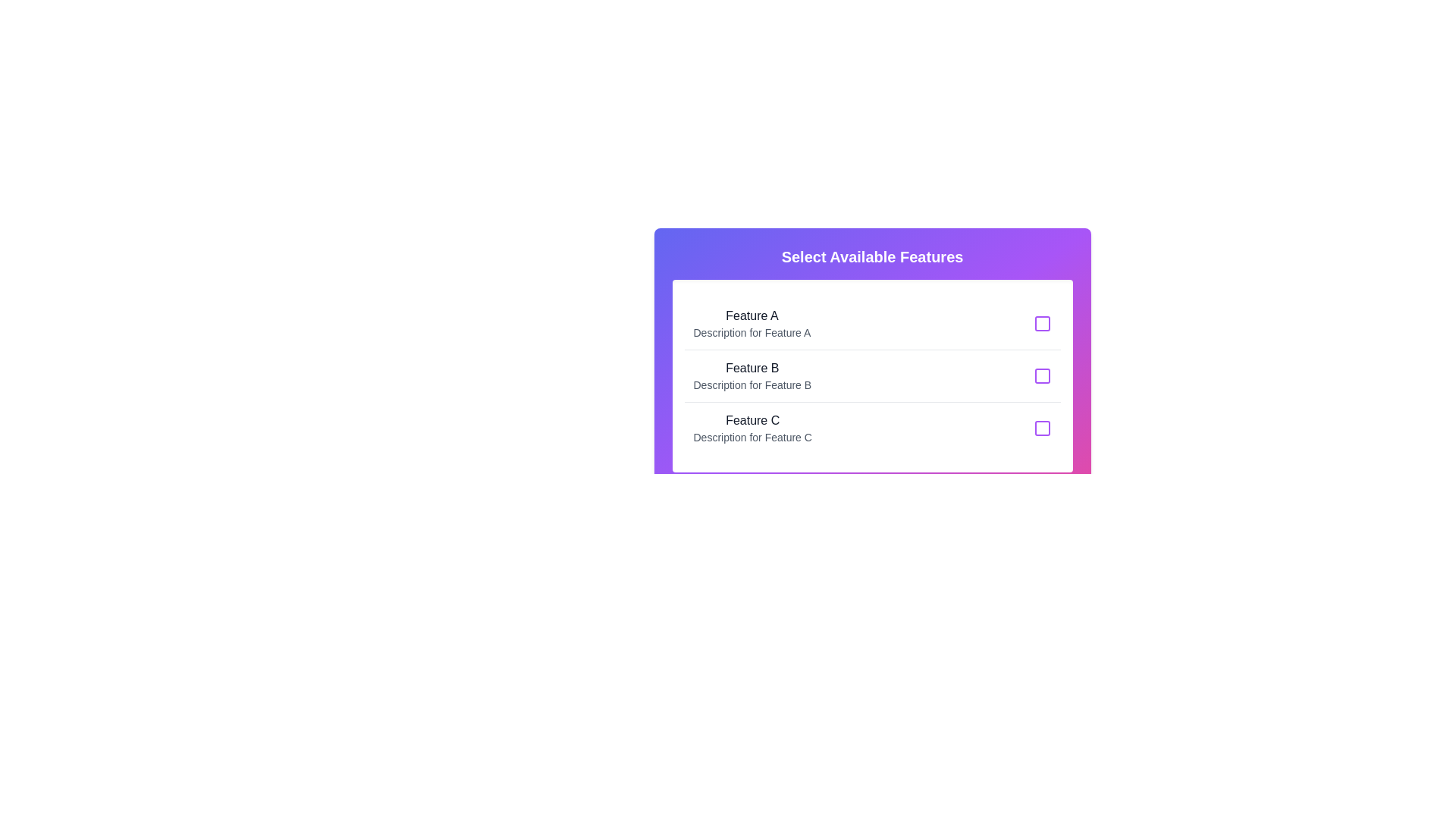 Image resolution: width=1456 pixels, height=819 pixels. What do you see at coordinates (752, 323) in the screenshot?
I see `the Informational text block displaying the title 'Feature A' with the subtitle 'Description for Feature A' located under the header 'Select Available Features'` at bounding box center [752, 323].